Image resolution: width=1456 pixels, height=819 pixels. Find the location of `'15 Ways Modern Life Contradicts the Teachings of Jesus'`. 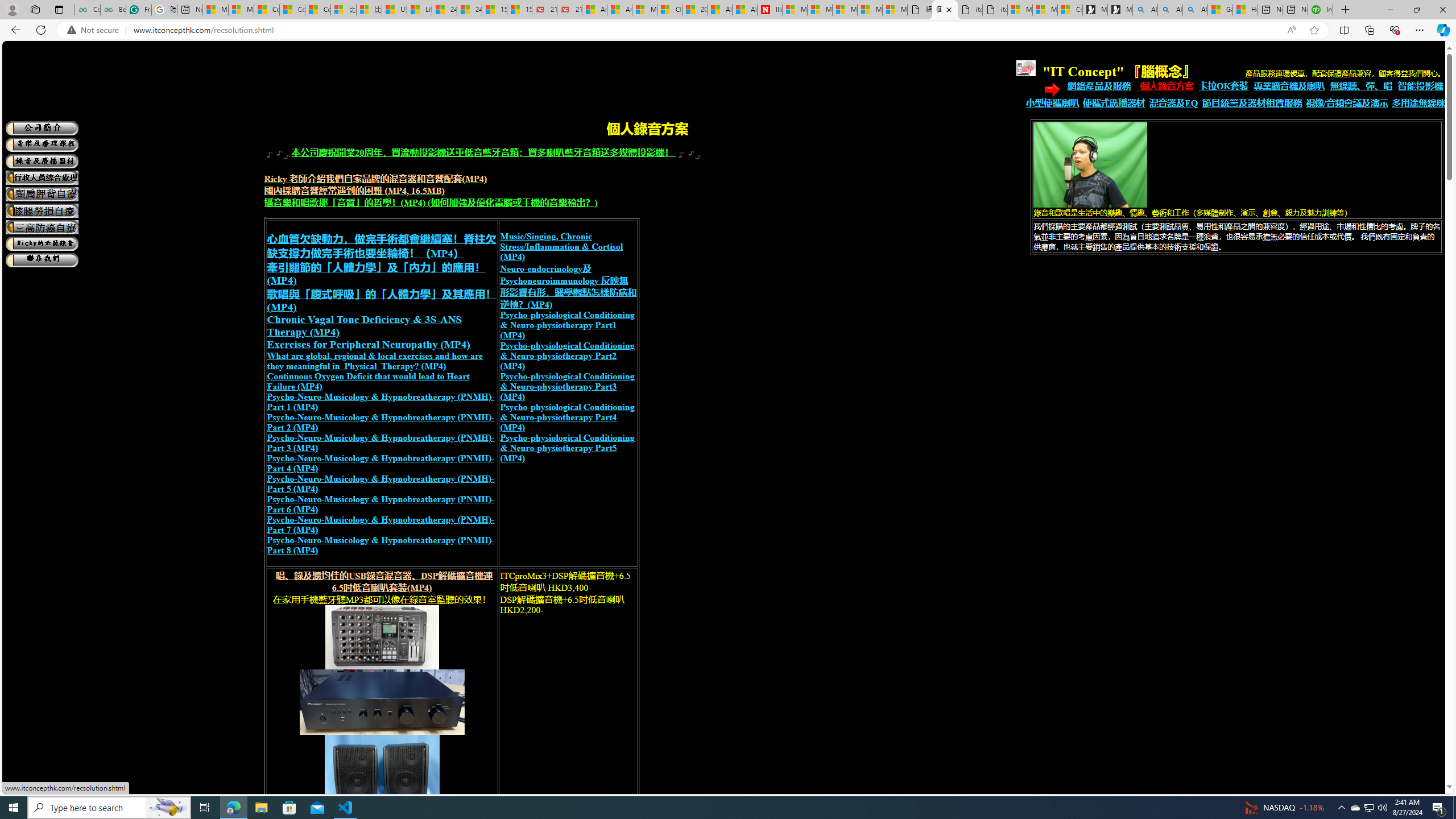

'15 Ways Modern Life Contradicts the Teachings of Jesus' is located at coordinates (519, 9).